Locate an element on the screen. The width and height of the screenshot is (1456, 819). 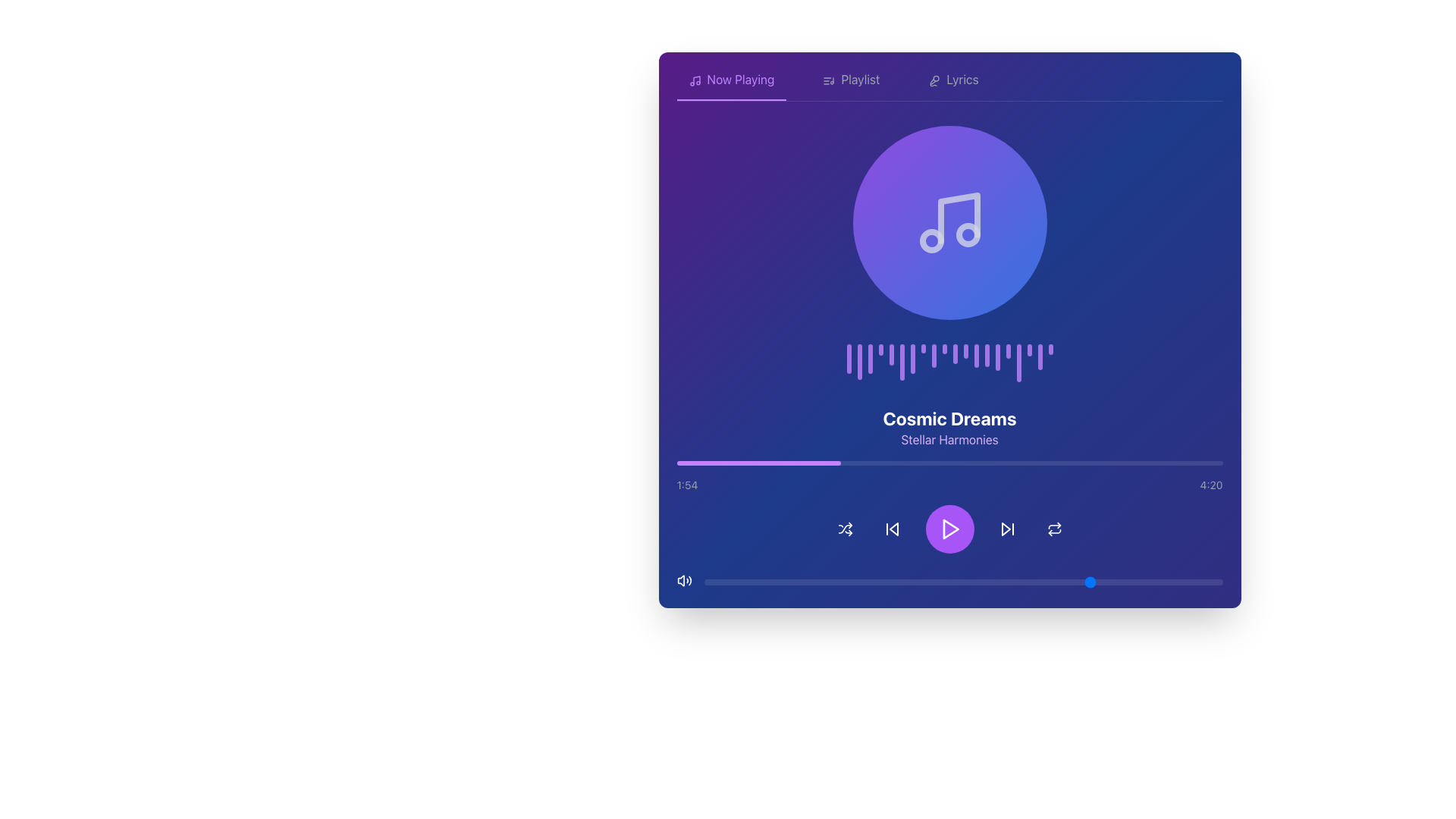
the 'Lyrics' clickable text on the horizontal navigation bar using keyboard navigation is located at coordinates (952, 85).